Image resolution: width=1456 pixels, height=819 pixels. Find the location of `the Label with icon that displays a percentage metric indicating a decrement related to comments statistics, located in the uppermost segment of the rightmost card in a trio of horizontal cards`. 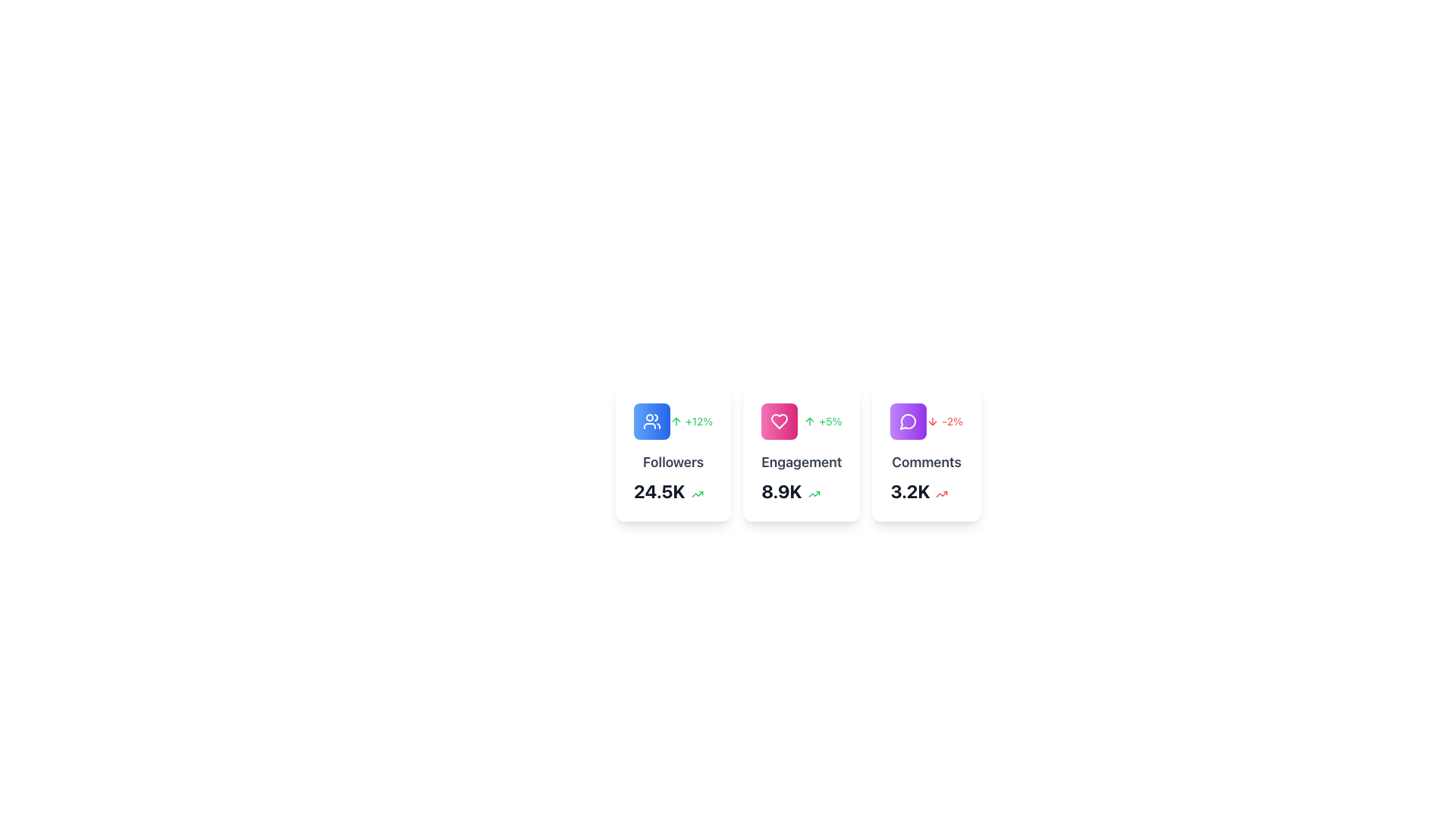

the Label with icon that displays a percentage metric indicating a decrement related to comments statistics, located in the uppermost segment of the rightmost card in a trio of horizontal cards is located at coordinates (926, 421).